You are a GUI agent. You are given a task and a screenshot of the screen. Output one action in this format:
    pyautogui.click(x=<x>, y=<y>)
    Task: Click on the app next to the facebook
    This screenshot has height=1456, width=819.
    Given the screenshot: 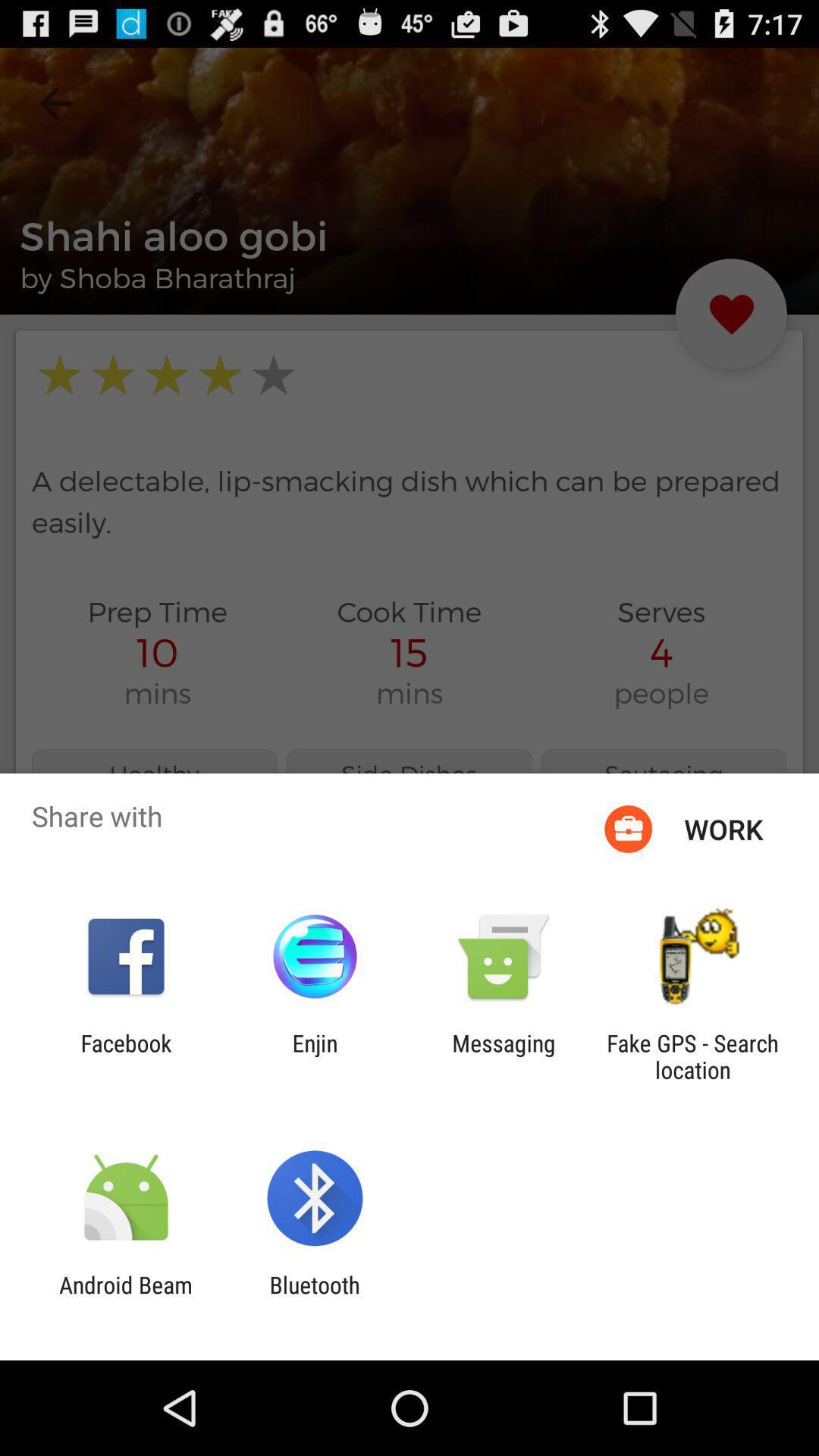 What is the action you would take?
    pyautogui.click(x=314, y=1056)
    